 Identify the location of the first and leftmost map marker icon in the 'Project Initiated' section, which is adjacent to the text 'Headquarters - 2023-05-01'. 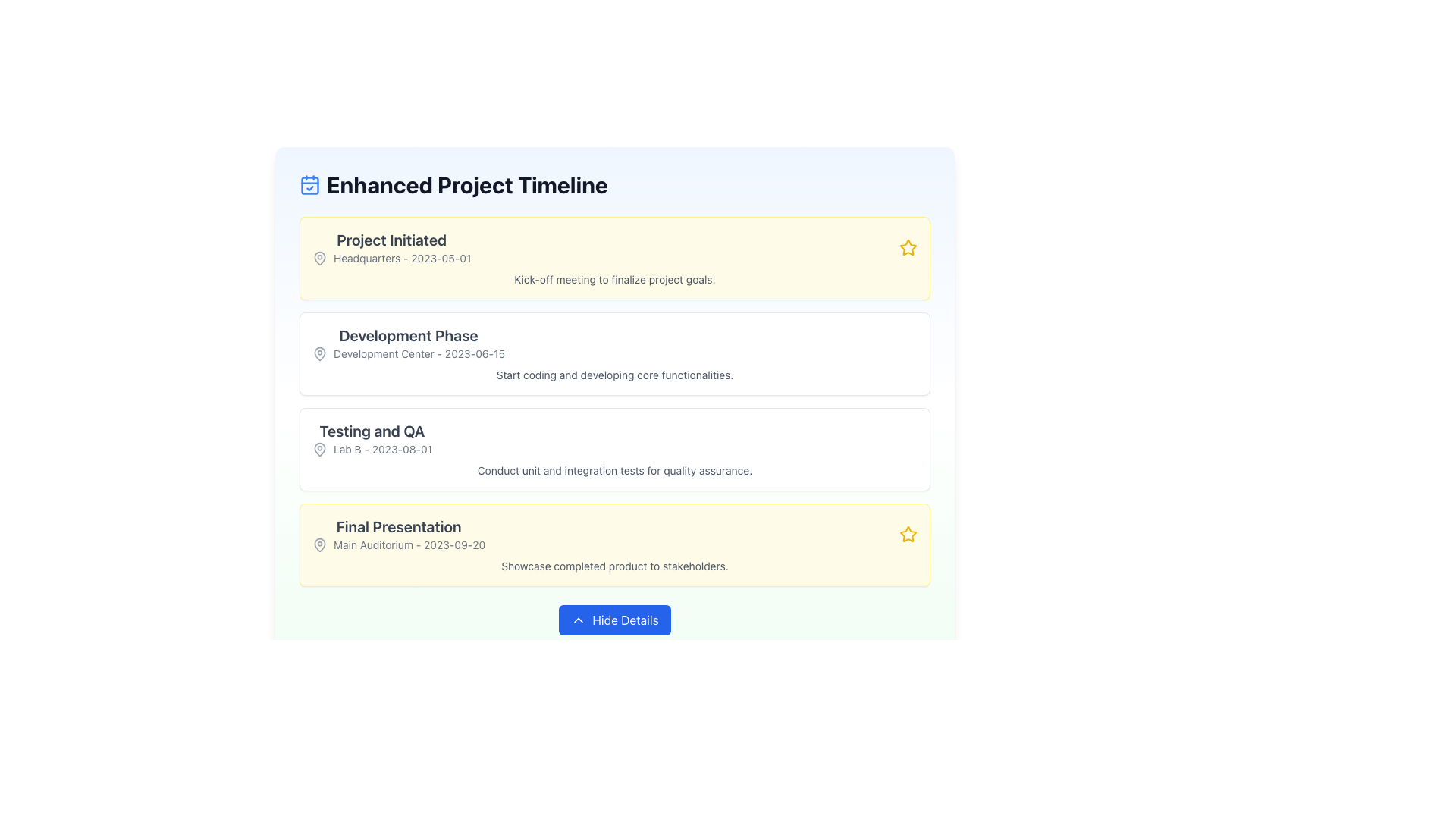
(319, 257).